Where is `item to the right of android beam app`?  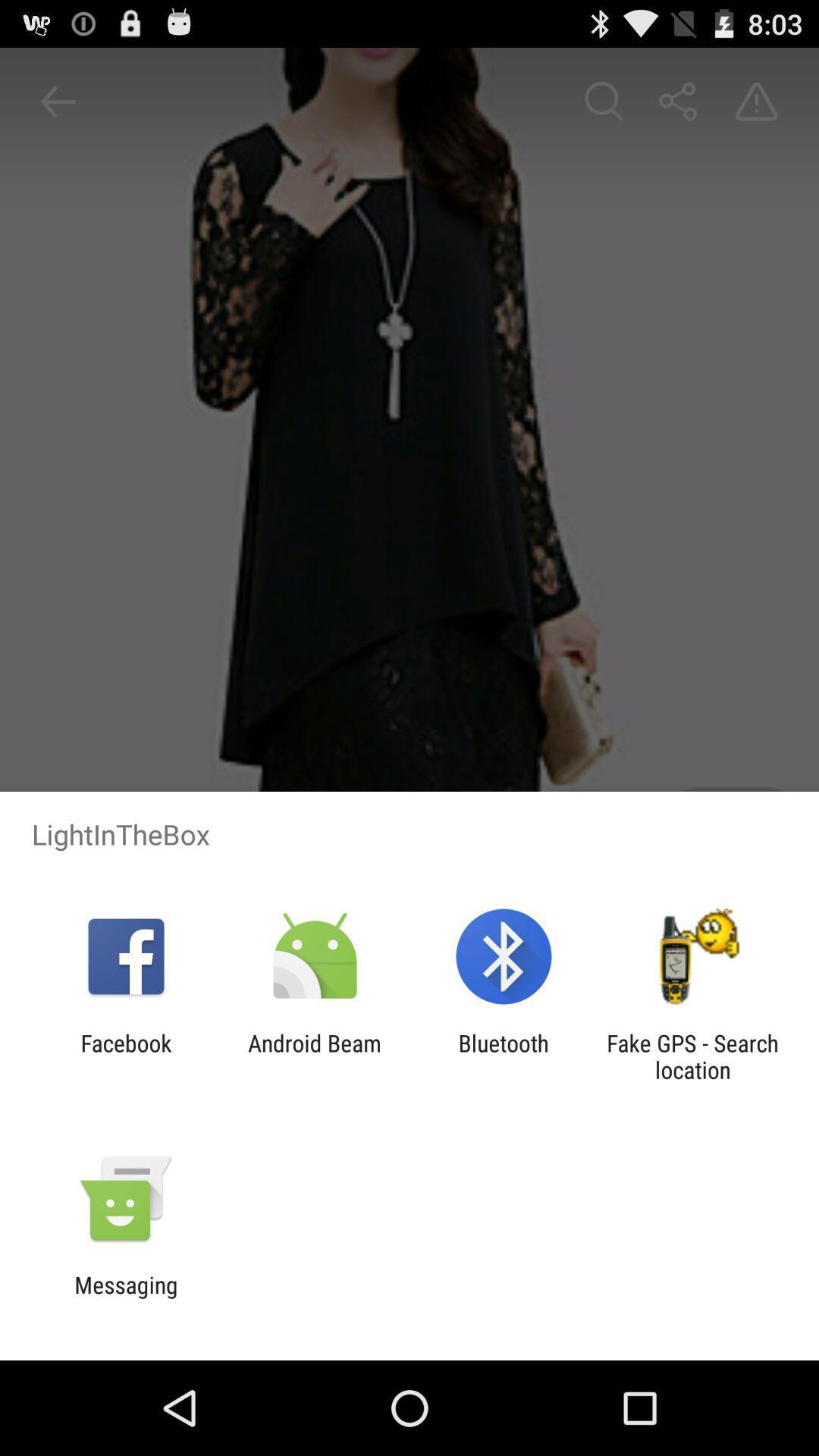
item to the right of android beam app is located at coordinates (504, 1056).